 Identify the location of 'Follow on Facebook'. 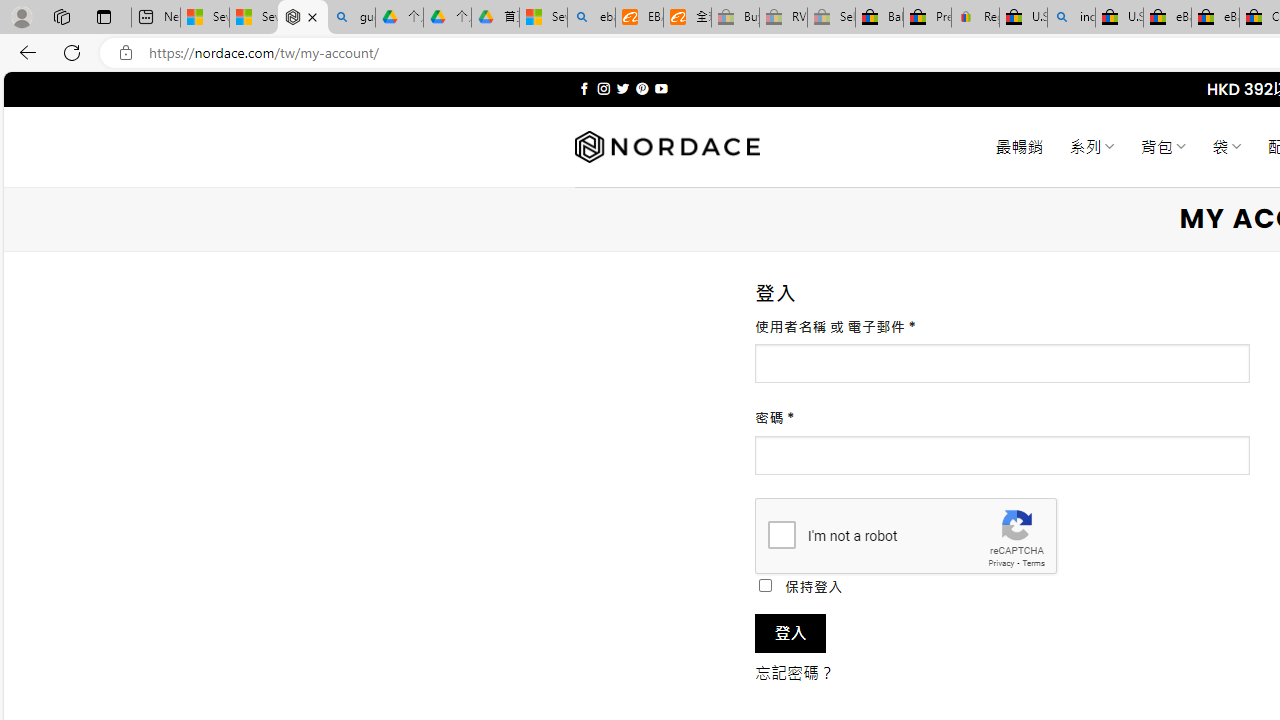
(583, 88).